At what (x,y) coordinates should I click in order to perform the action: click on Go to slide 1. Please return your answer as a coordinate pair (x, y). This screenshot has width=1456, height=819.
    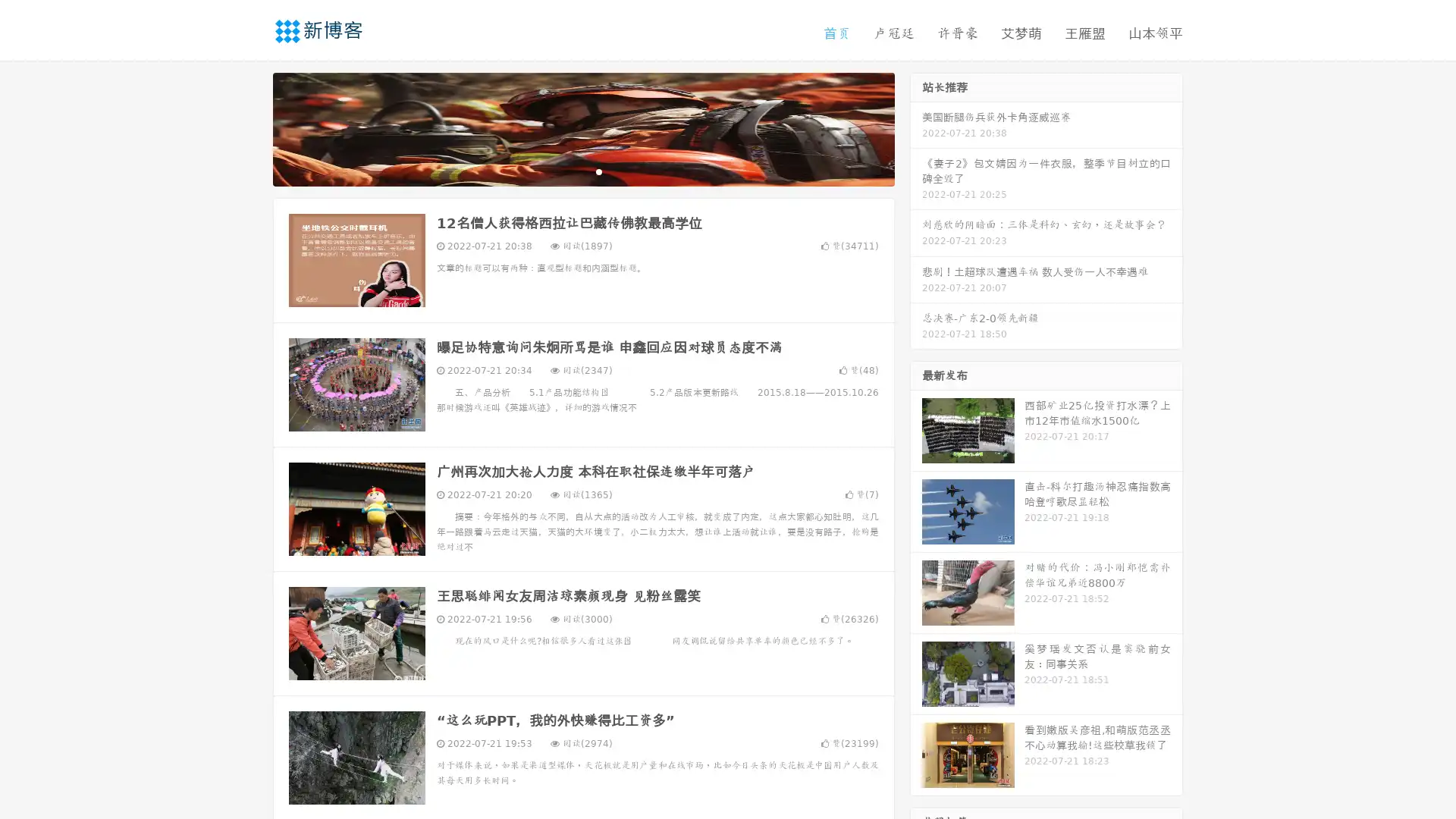
    Looking at the image, I should click on (567, 171).